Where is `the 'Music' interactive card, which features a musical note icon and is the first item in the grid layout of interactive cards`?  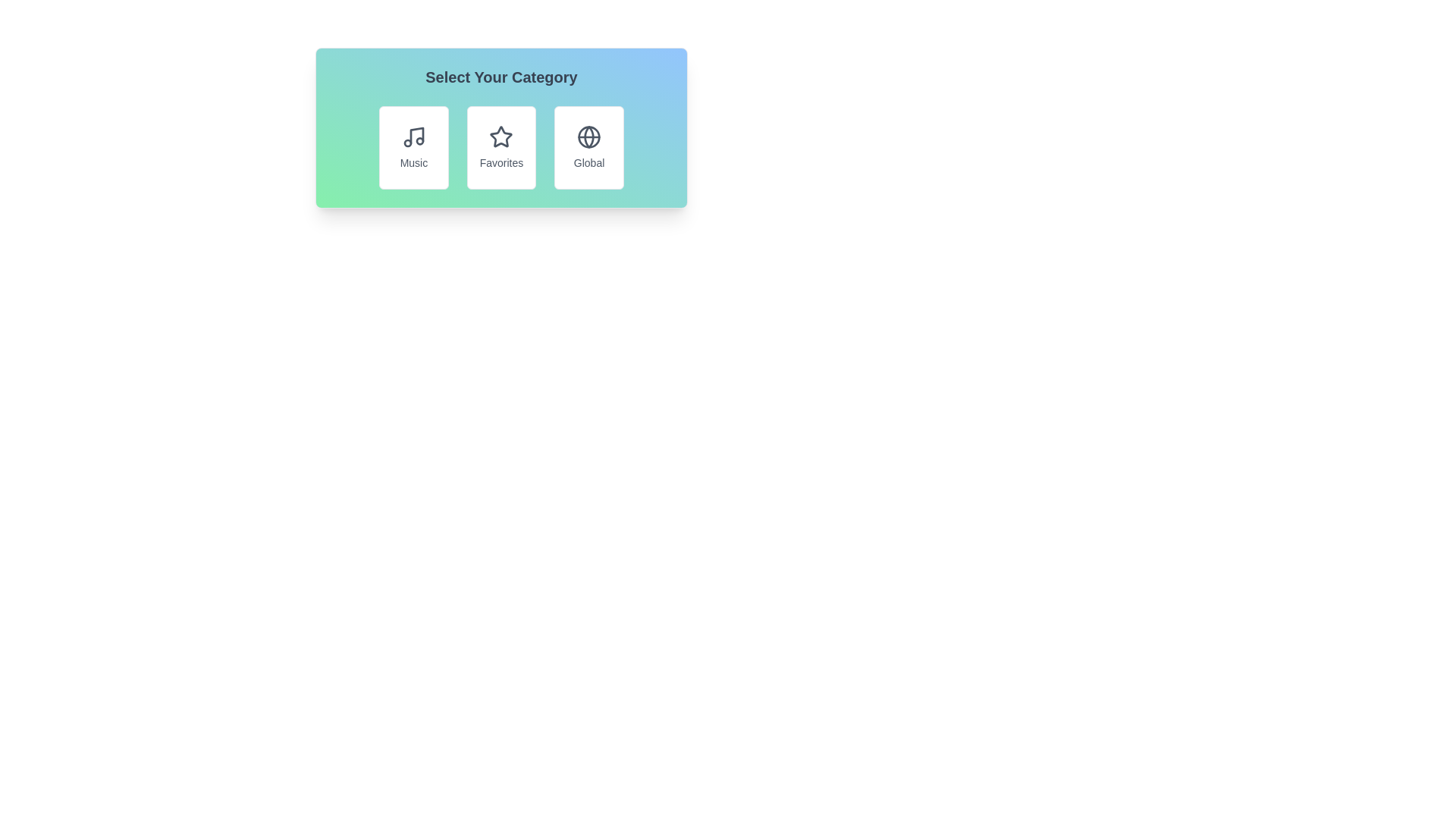
the 'Music' interactive card, which features a musical note icon and is the first item in the grid layout of interactive cards is located at coordinates (413, 148).